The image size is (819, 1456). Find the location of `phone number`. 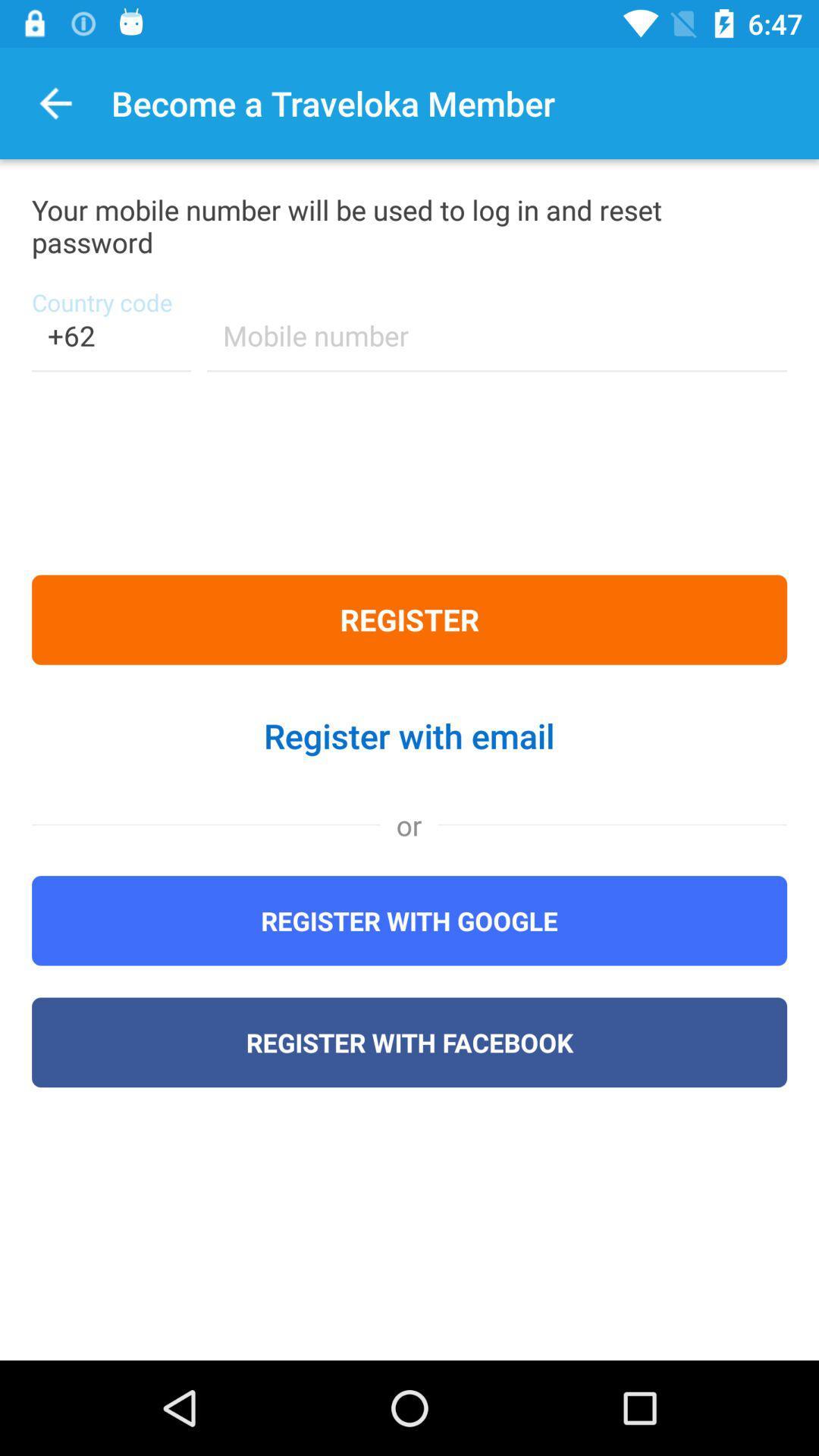

phone number is located at coordinates (497, 344).